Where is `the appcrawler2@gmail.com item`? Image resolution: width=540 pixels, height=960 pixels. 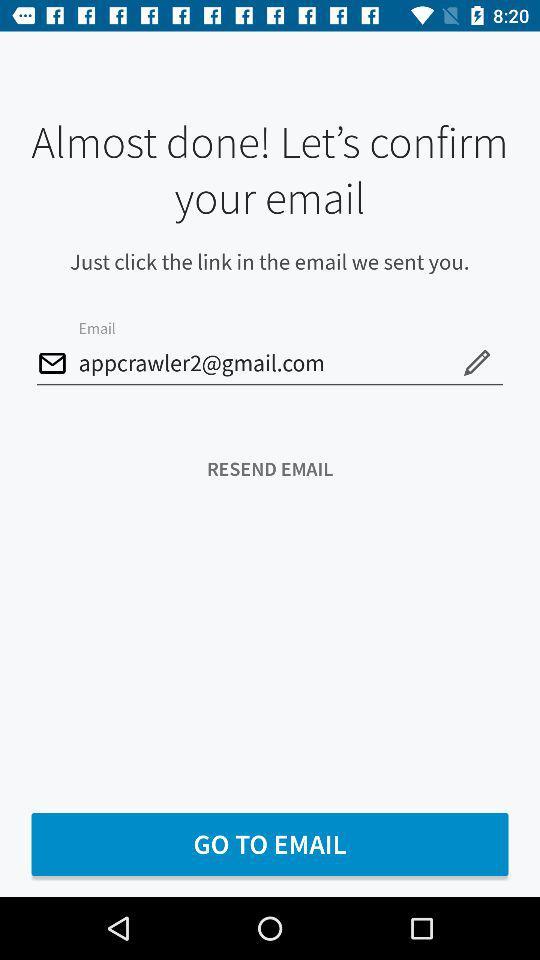
the appcrawler2@gmail.com item is located at coordinates (270, 363).